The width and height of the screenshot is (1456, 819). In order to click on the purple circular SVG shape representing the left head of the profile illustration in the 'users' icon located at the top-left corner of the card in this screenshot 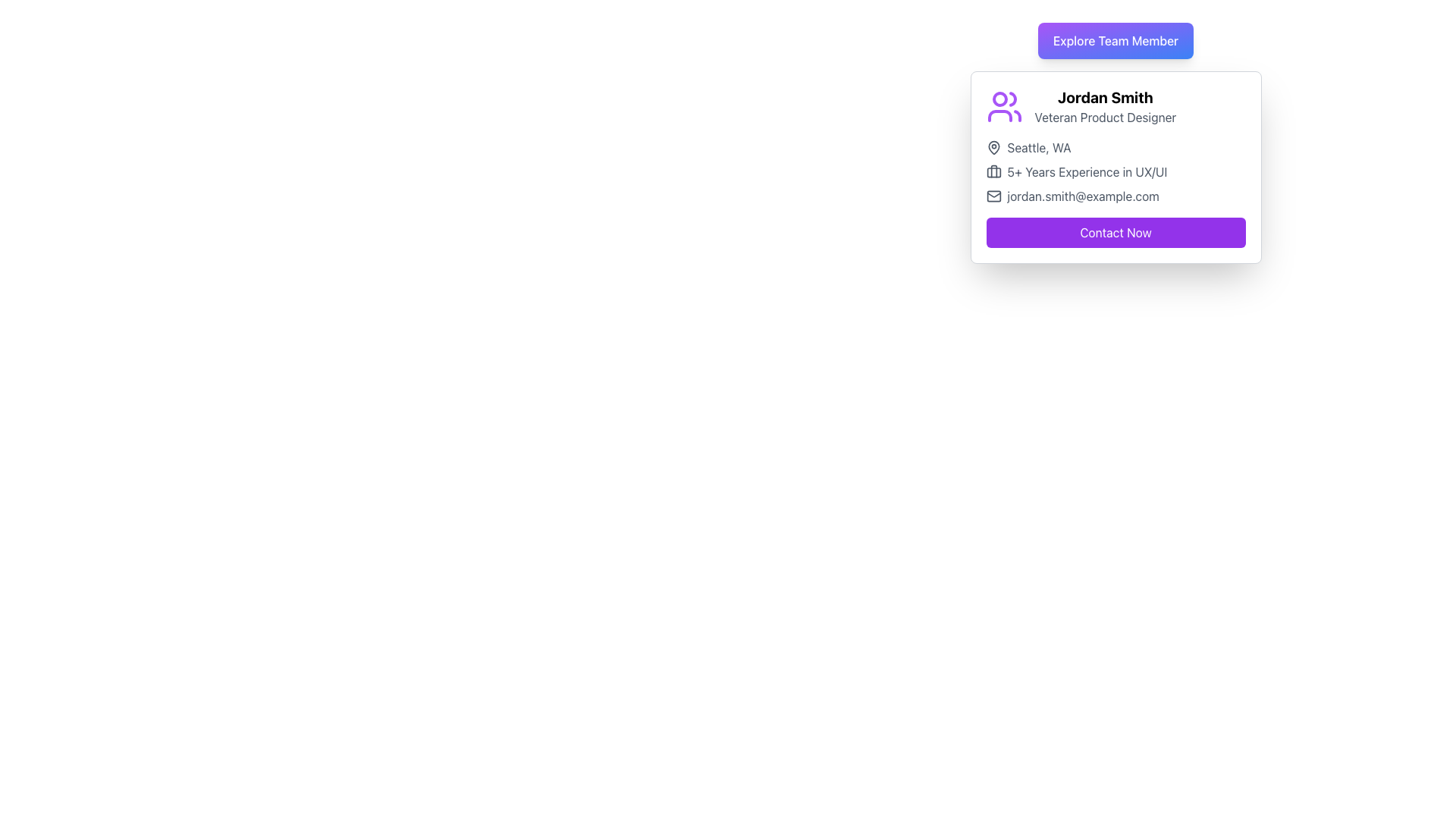, I will do `click(999, 99)`.